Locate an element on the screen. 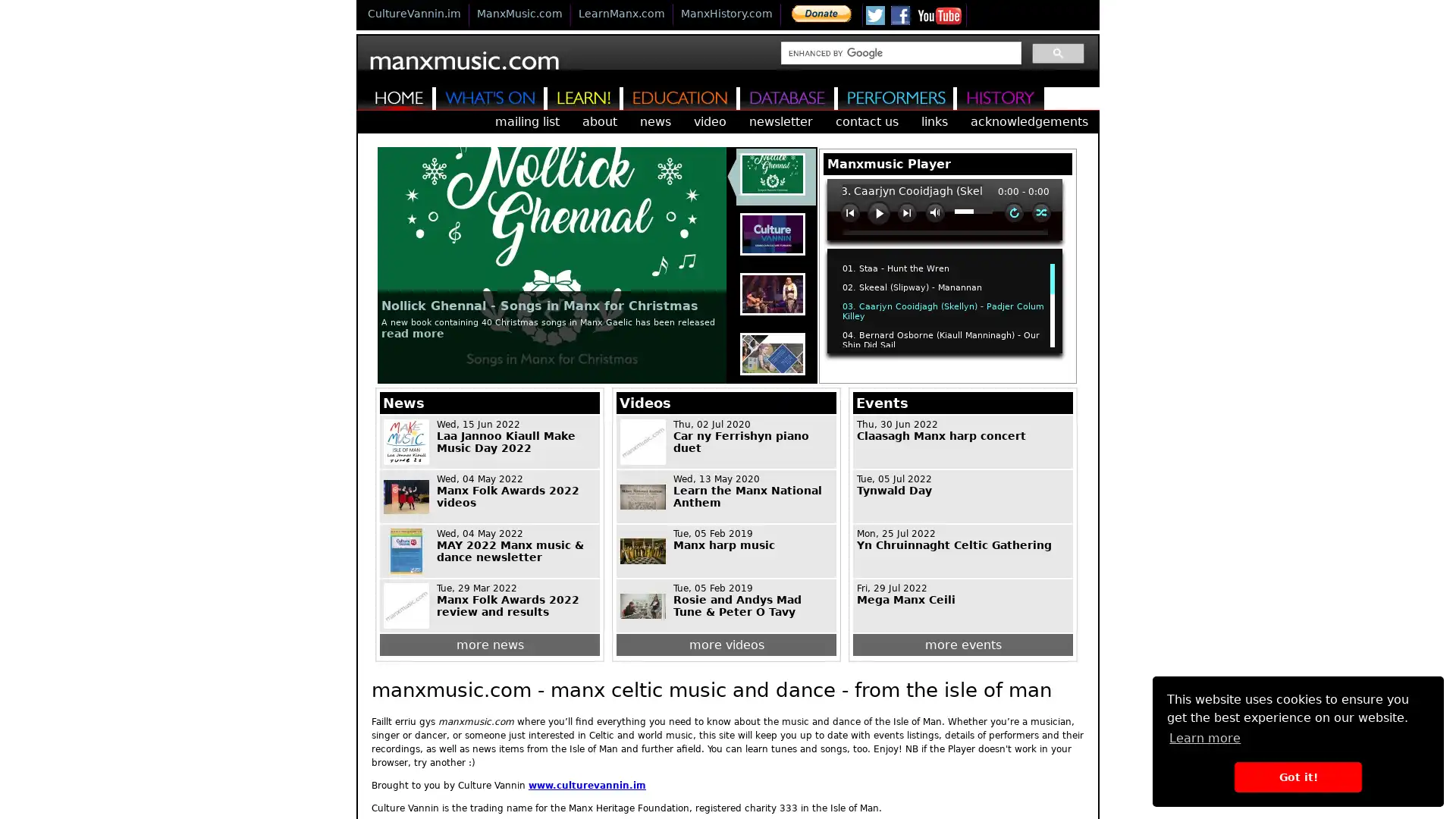 The image size is (1456, 819). dismiss cookie message is located at coordinates (1297, 777).